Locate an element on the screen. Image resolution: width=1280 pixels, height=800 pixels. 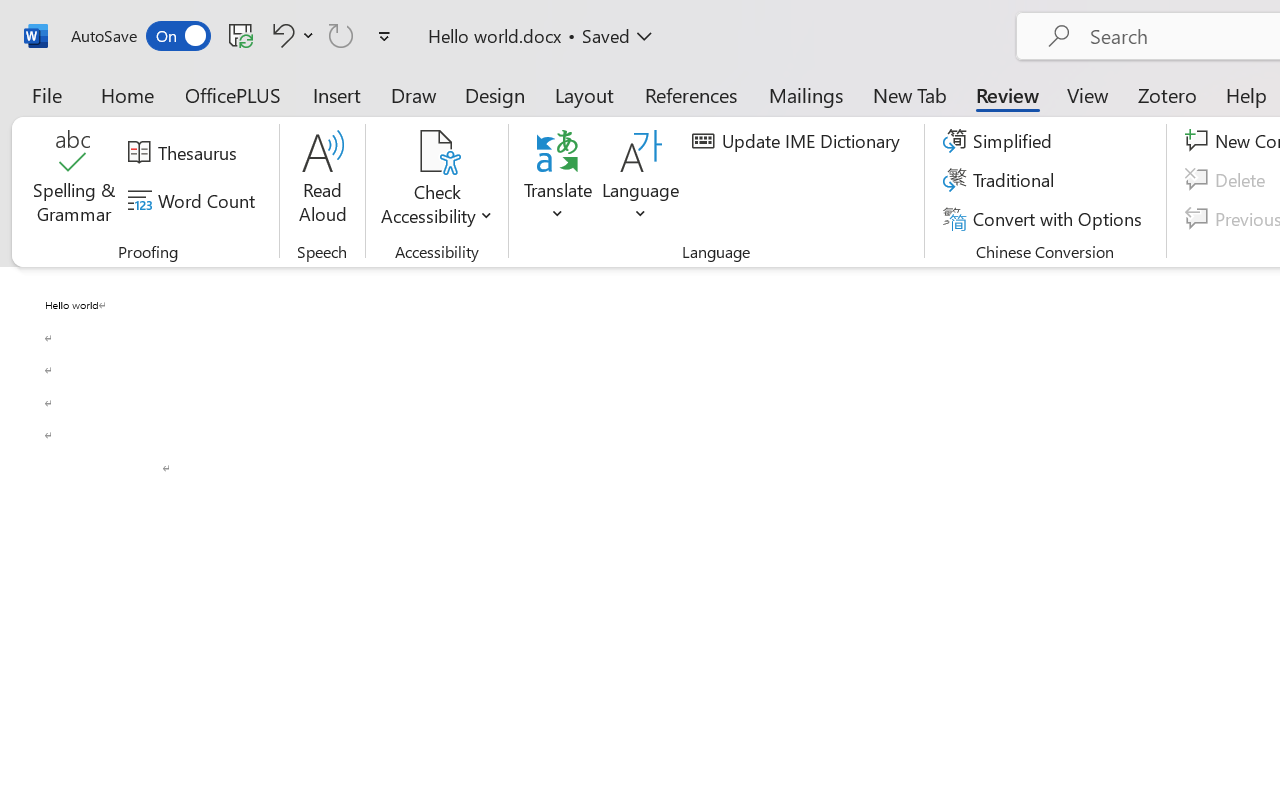
'Spelling & Grammar' is located at coordinates (74, 179).